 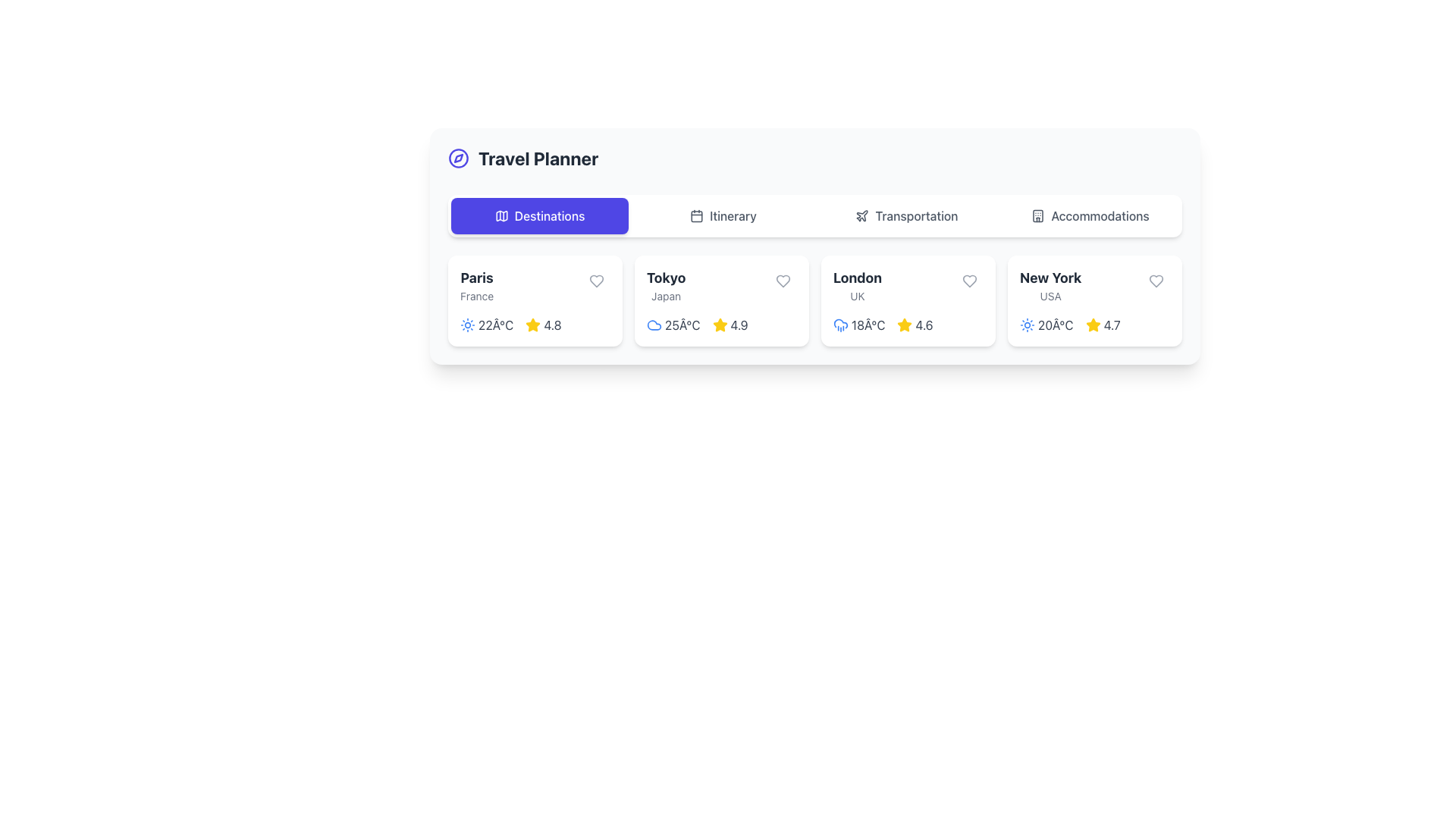 What do you see at coordinates (539, 216) in the screenshot?
I see `the 'Destinations' button, which has a purple background, white text, and a map icon` at bounding box center [539, 216].